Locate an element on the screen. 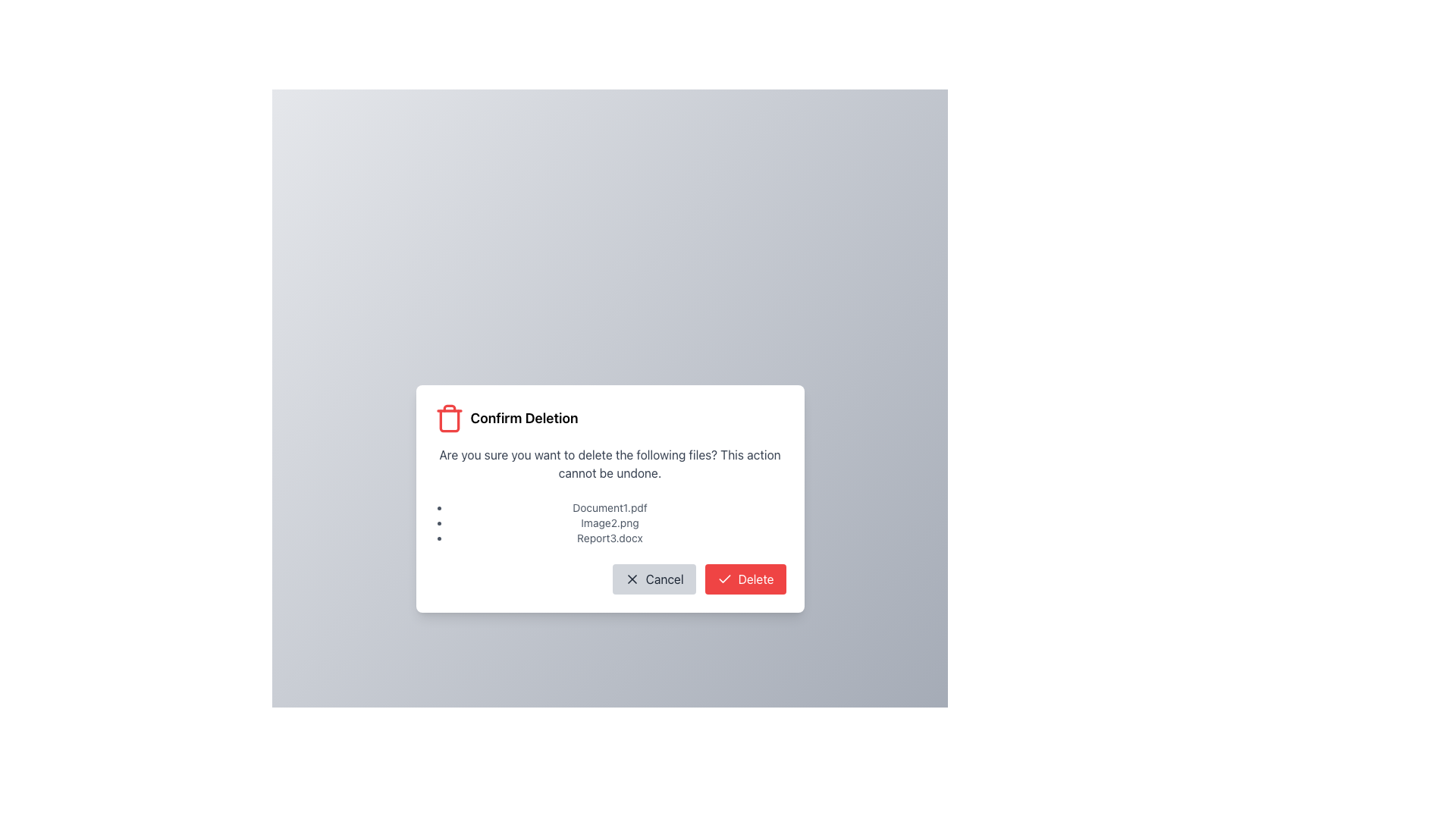 Image resolution: width=1456 pixels, height=819 pixels. the confirmation icon is located at coordinates (723, 579).